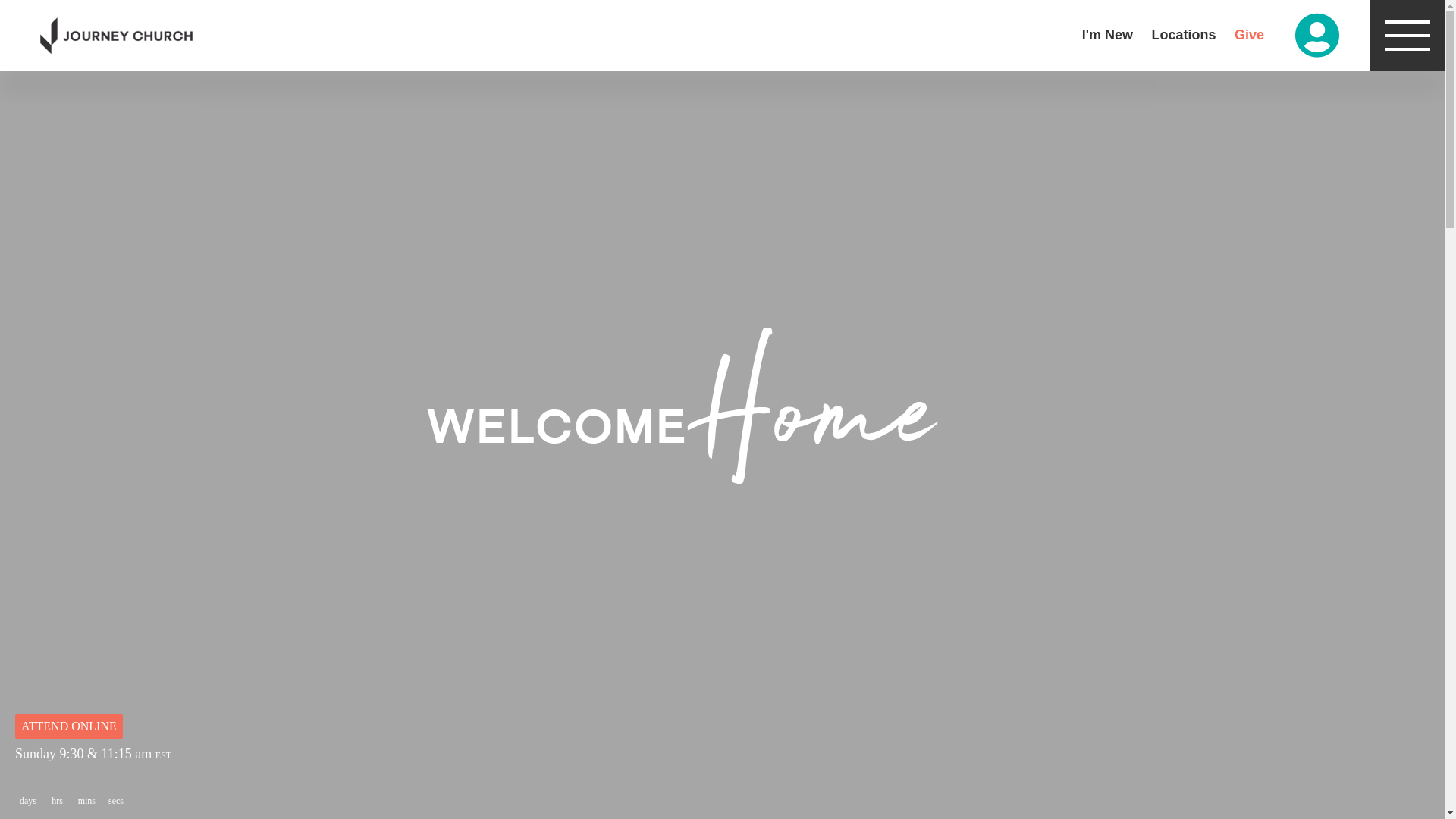 The width and height of the screenshot is (1456, 819). I want to click on 'ATTEND ONLINE', so click(68, 725).